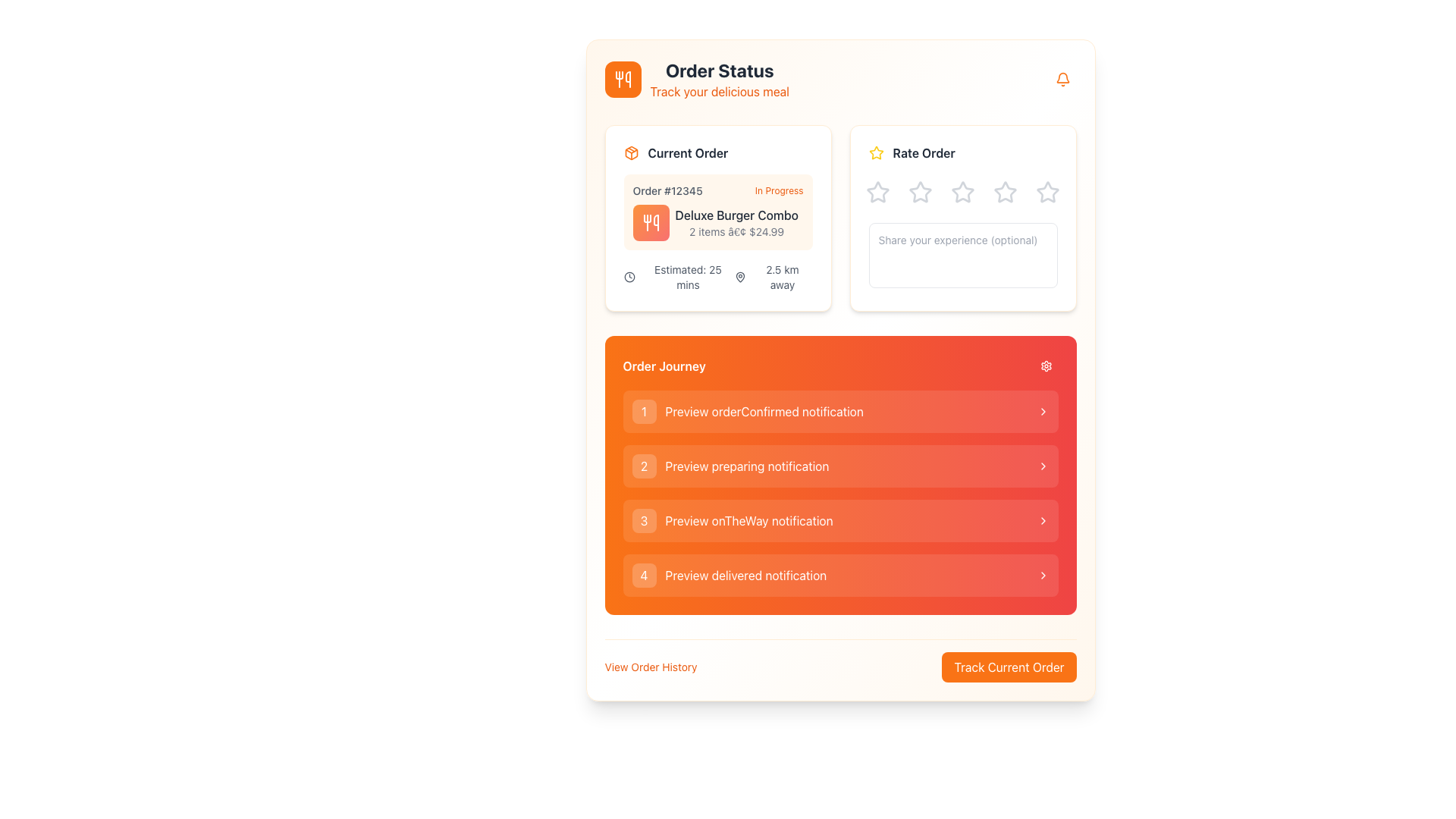 Image resolution: width=1456 pixels, height=819 pixels. I want to click on the visual indicator for the number '2' located on the left side of the 'Preview preparing notification' panel item, so click(644, 465).